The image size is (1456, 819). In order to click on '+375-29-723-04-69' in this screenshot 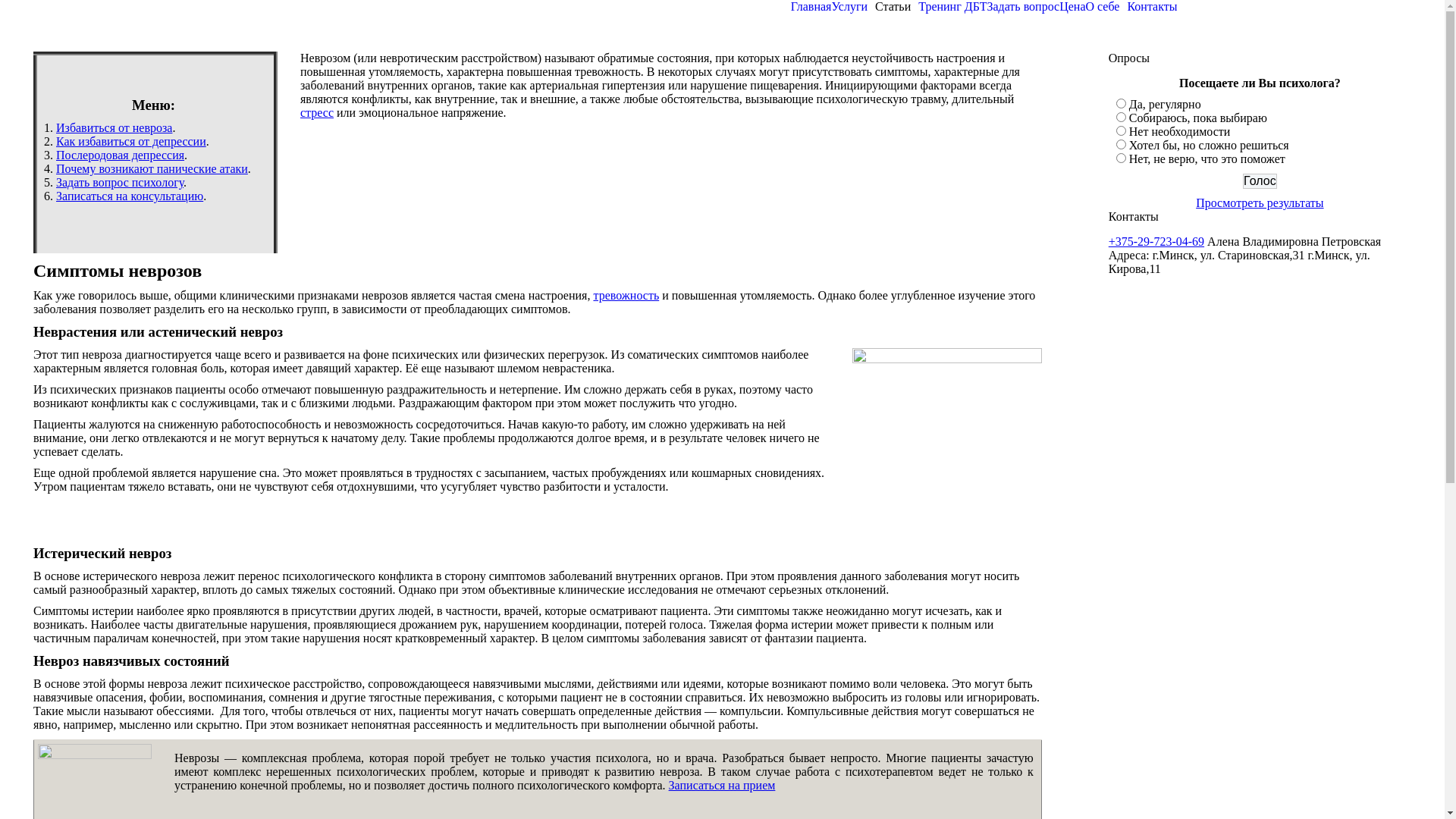, I will do `click(1156, 240)`.